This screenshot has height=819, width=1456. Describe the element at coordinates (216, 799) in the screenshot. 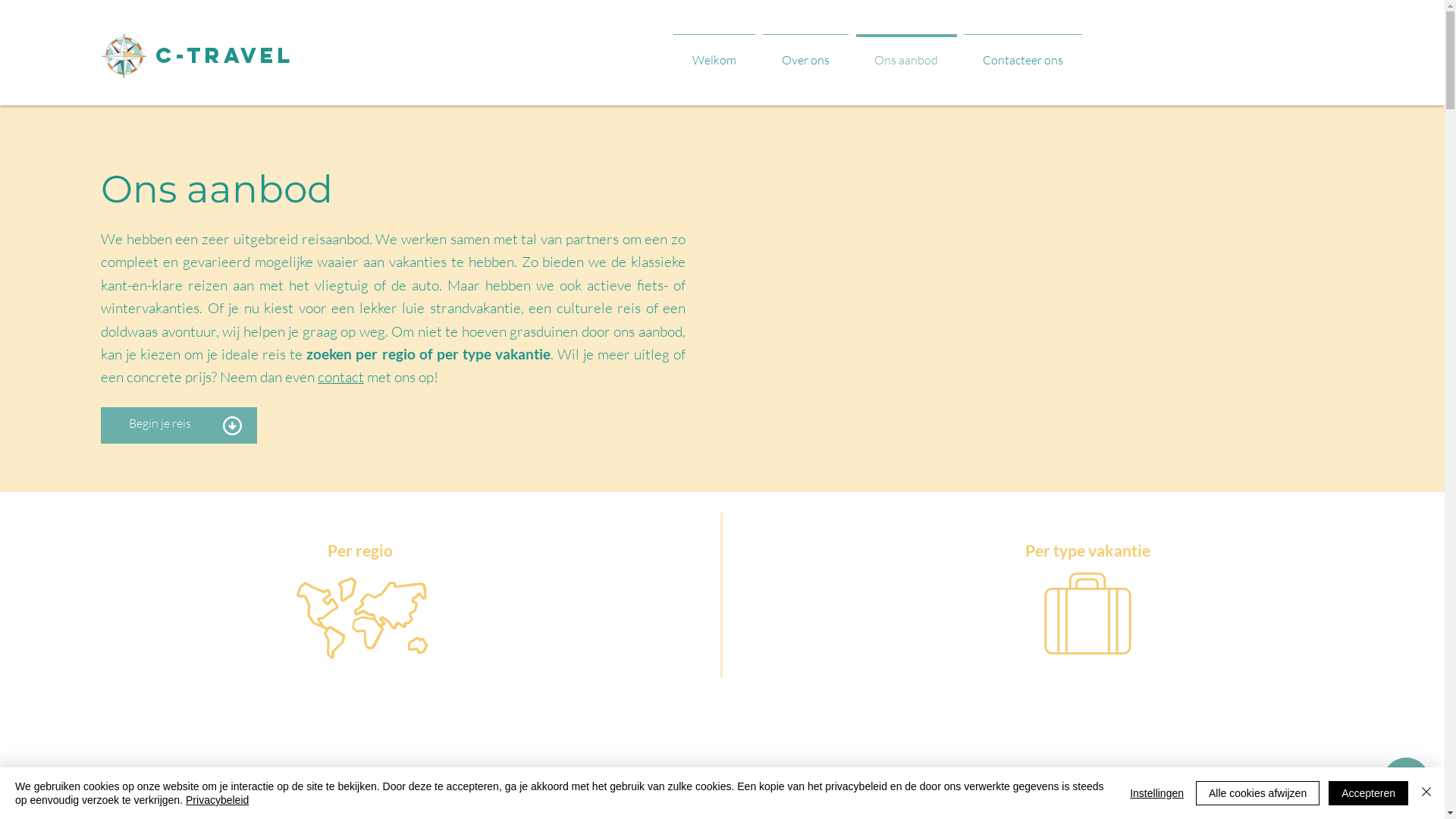

I see `'Privacybeleid'` at that location.